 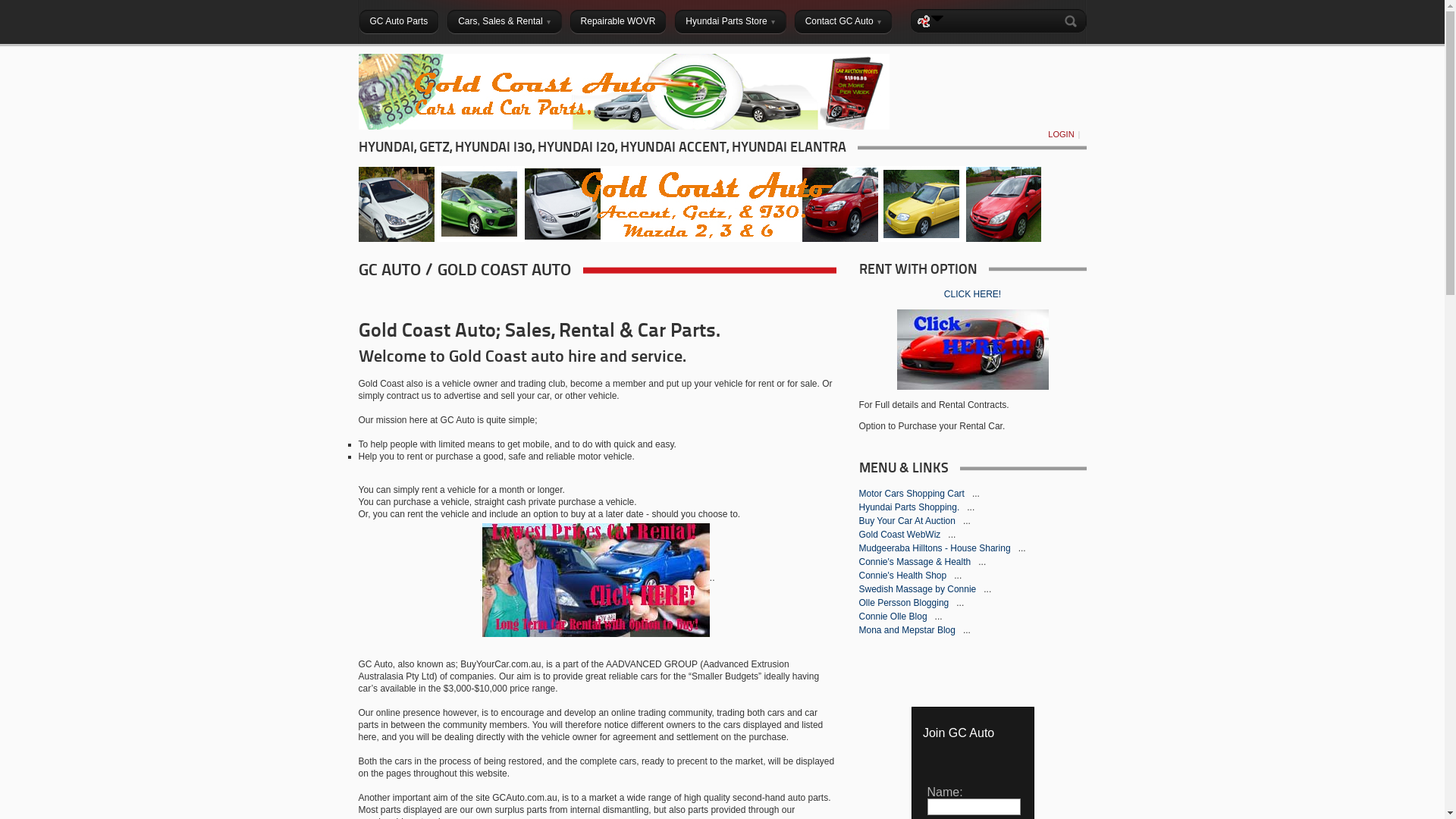 What do you see at coordinates (1043, 133) in the screenshot?
I see `'LOGIN'` at bounding box center [1043, 133].